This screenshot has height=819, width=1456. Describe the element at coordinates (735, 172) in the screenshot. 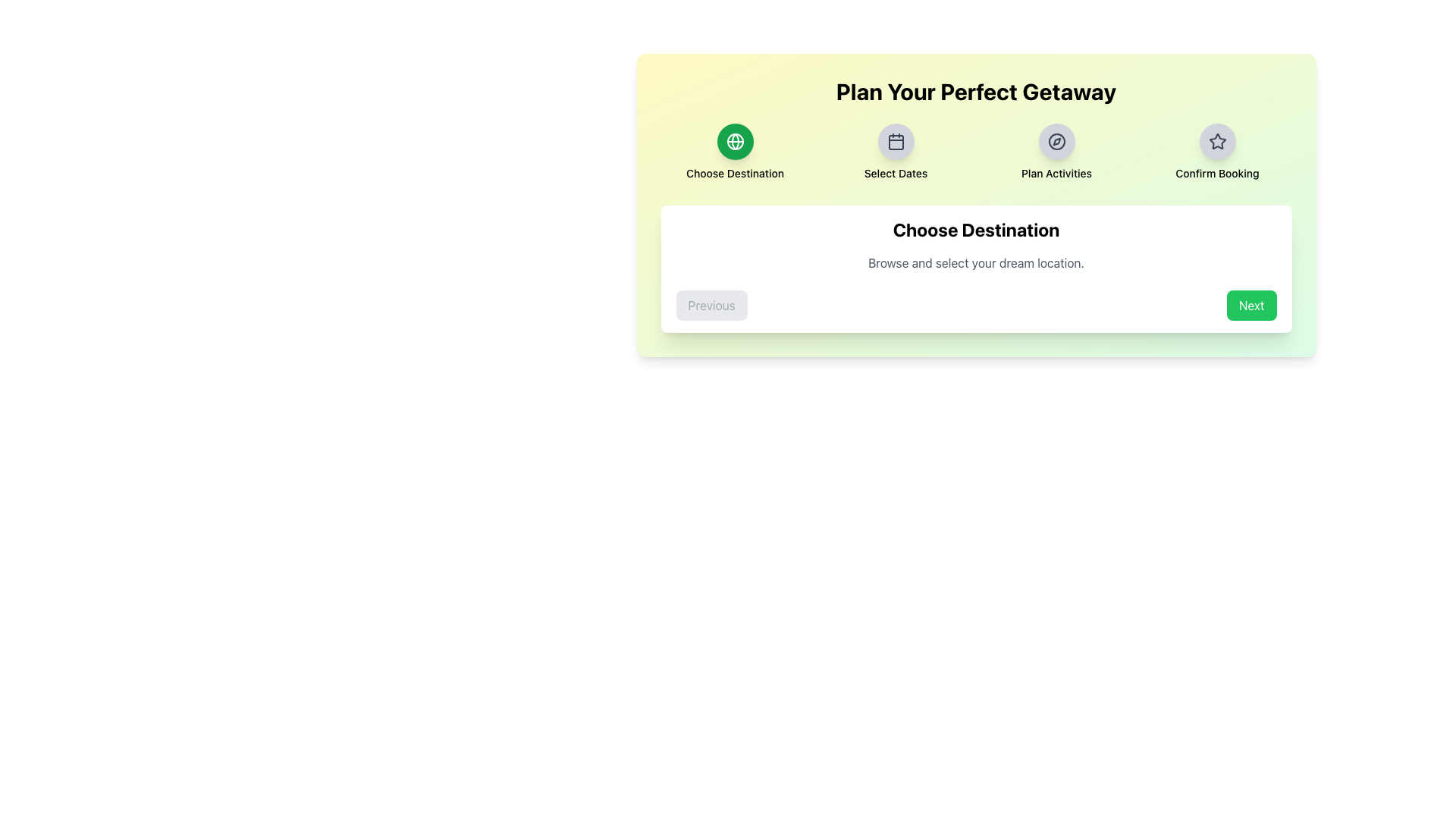

I see `the text label displaying 'Choose Destination', which is styled in bold black sans-serif font and positioned below a green globe icon` at that location.